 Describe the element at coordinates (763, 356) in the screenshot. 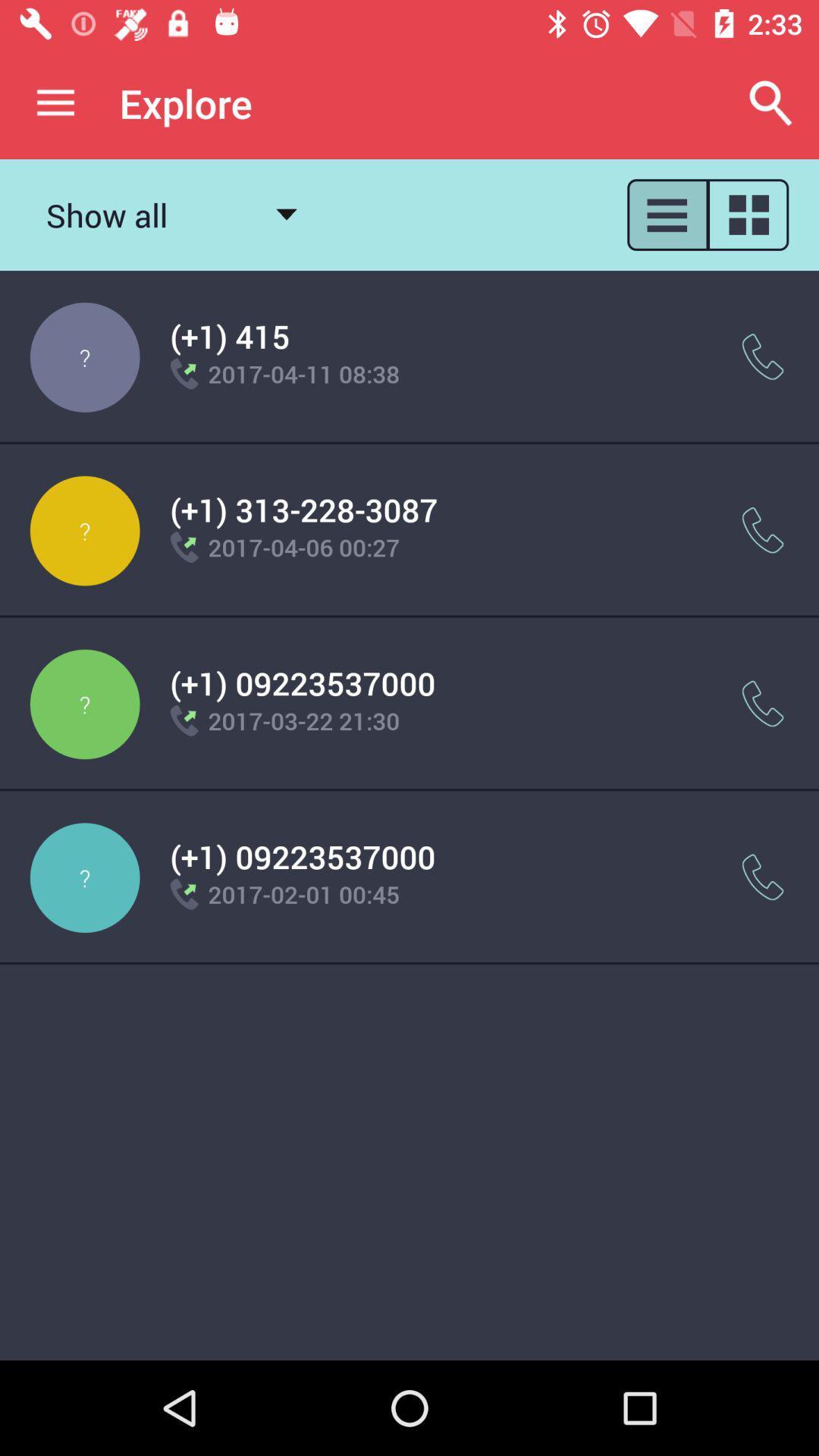

I see `phone call` at that location.